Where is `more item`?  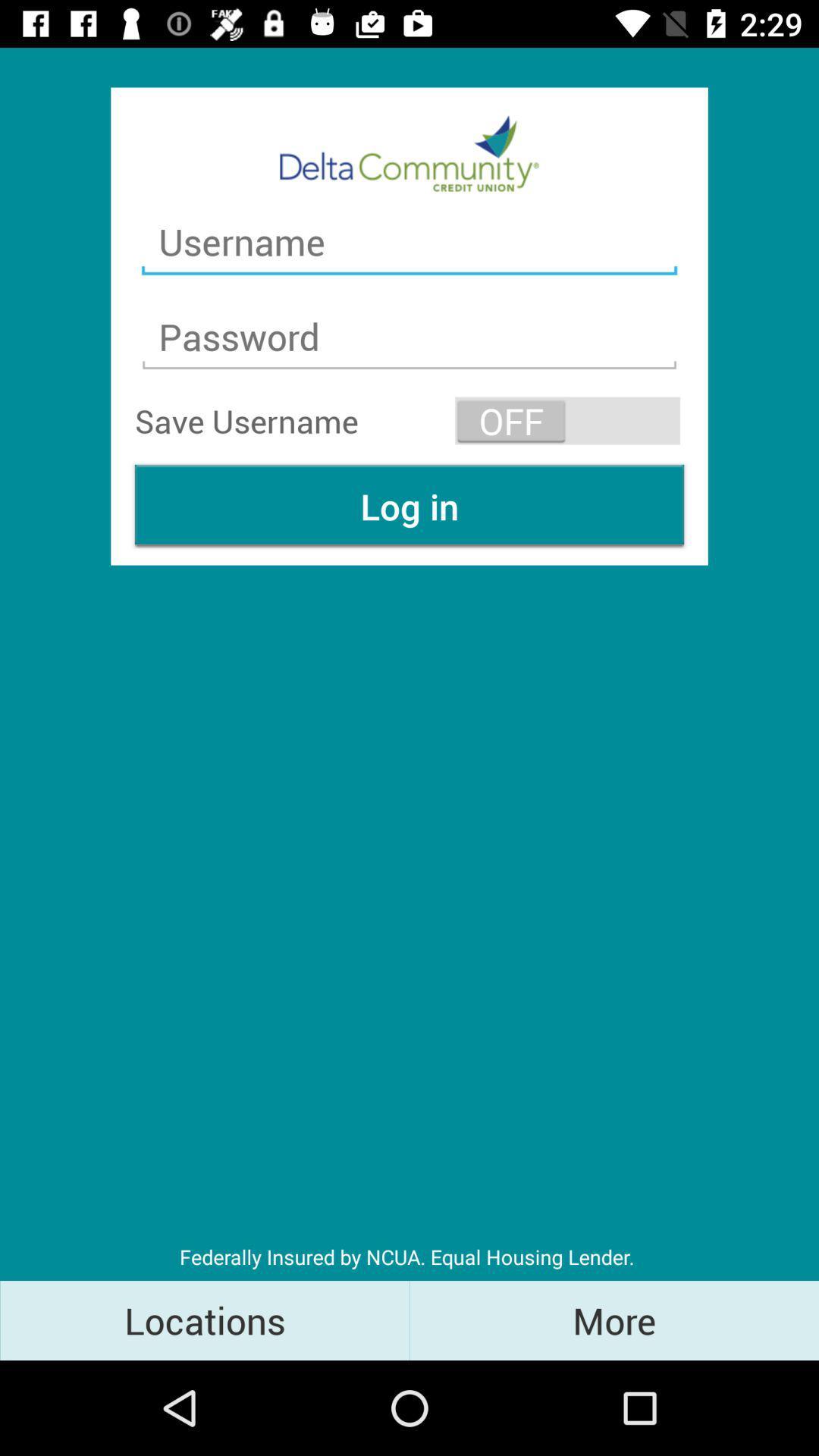 more item is located at coordinates (614, 1319).